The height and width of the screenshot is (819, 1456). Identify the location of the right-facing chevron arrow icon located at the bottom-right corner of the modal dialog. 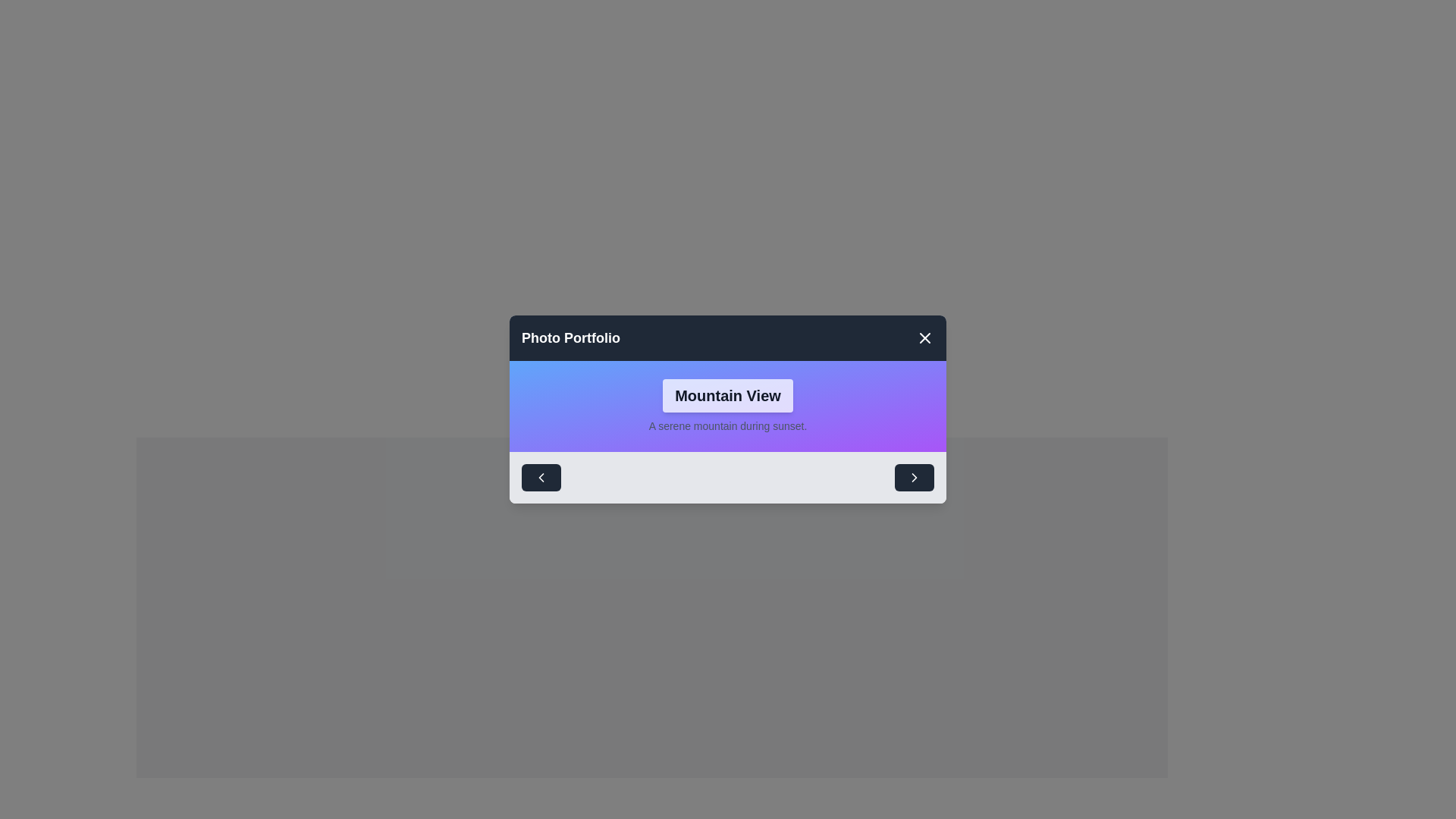
(913, 476).